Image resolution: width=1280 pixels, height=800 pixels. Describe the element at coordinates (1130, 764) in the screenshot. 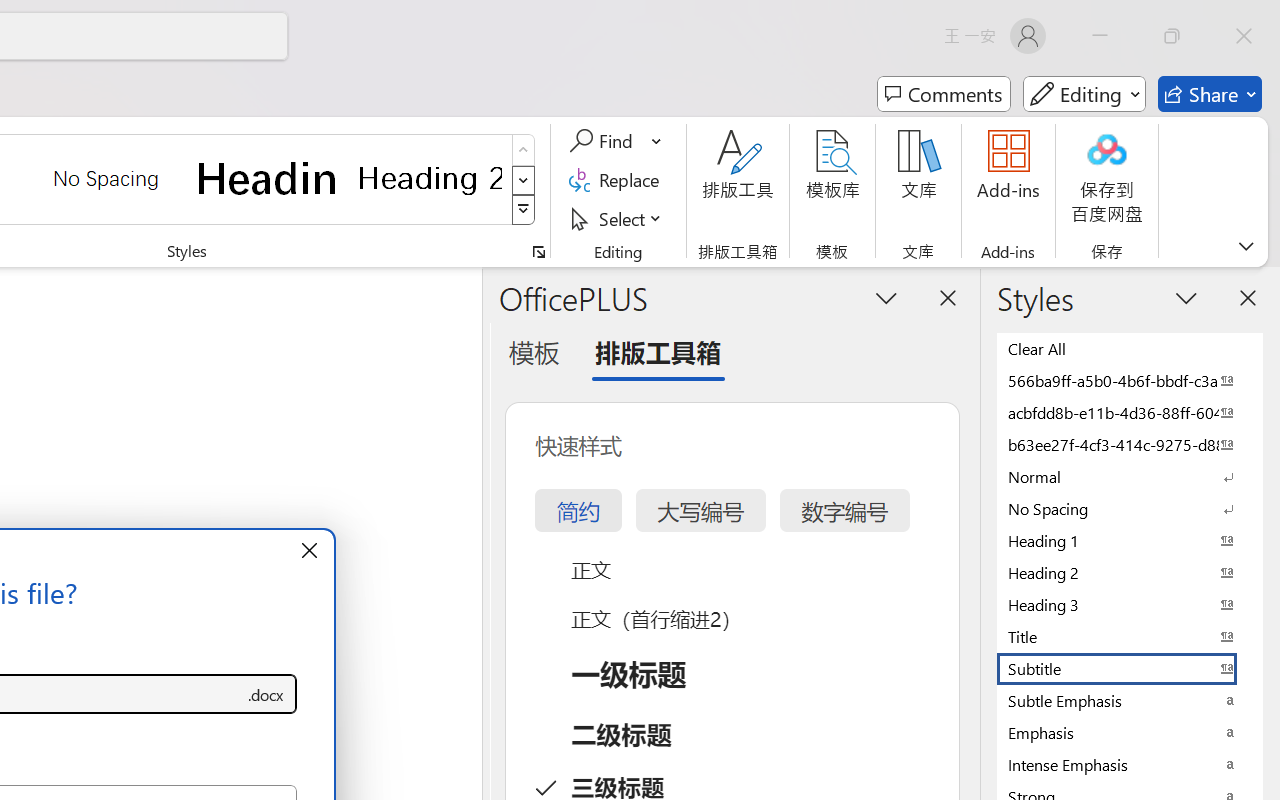

I see `'Intense Emphasis'` at that location.